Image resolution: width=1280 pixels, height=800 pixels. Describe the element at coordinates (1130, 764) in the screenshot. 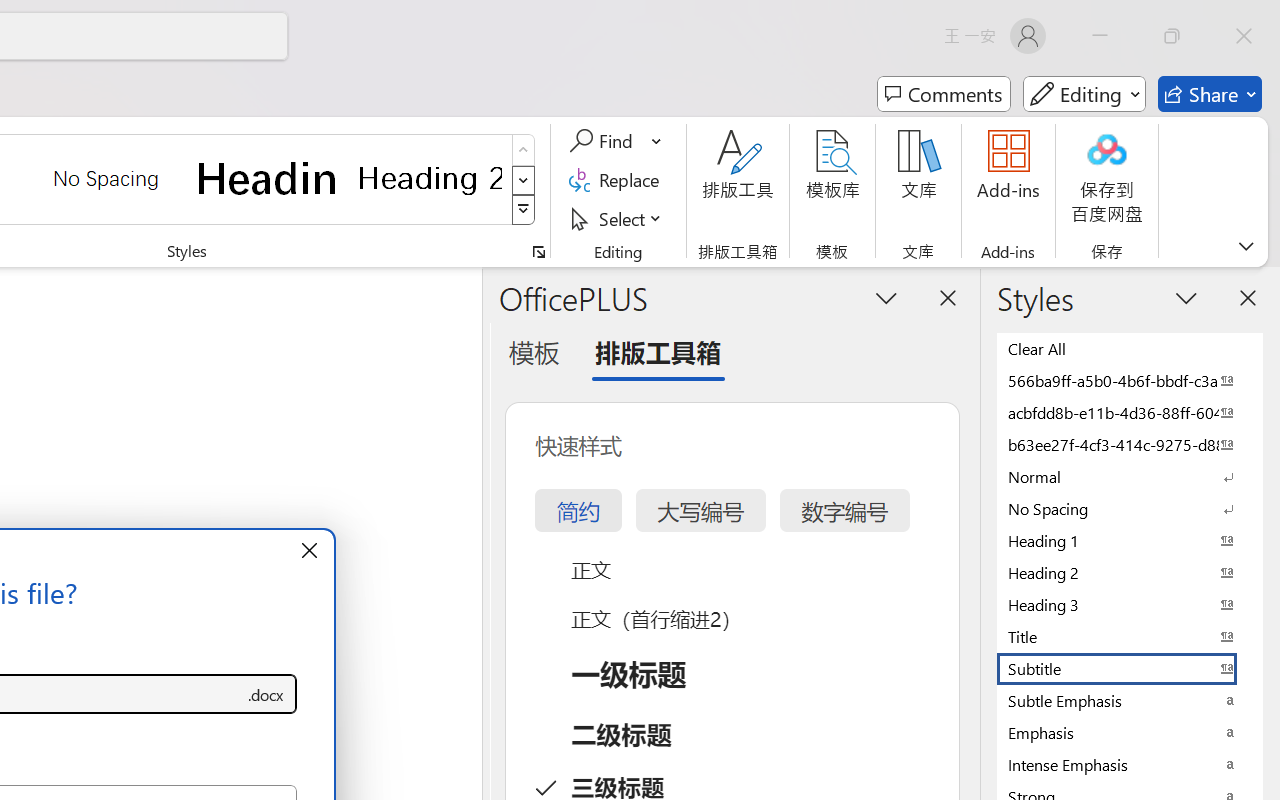

I see `'Intense Emphasis'` at that location.